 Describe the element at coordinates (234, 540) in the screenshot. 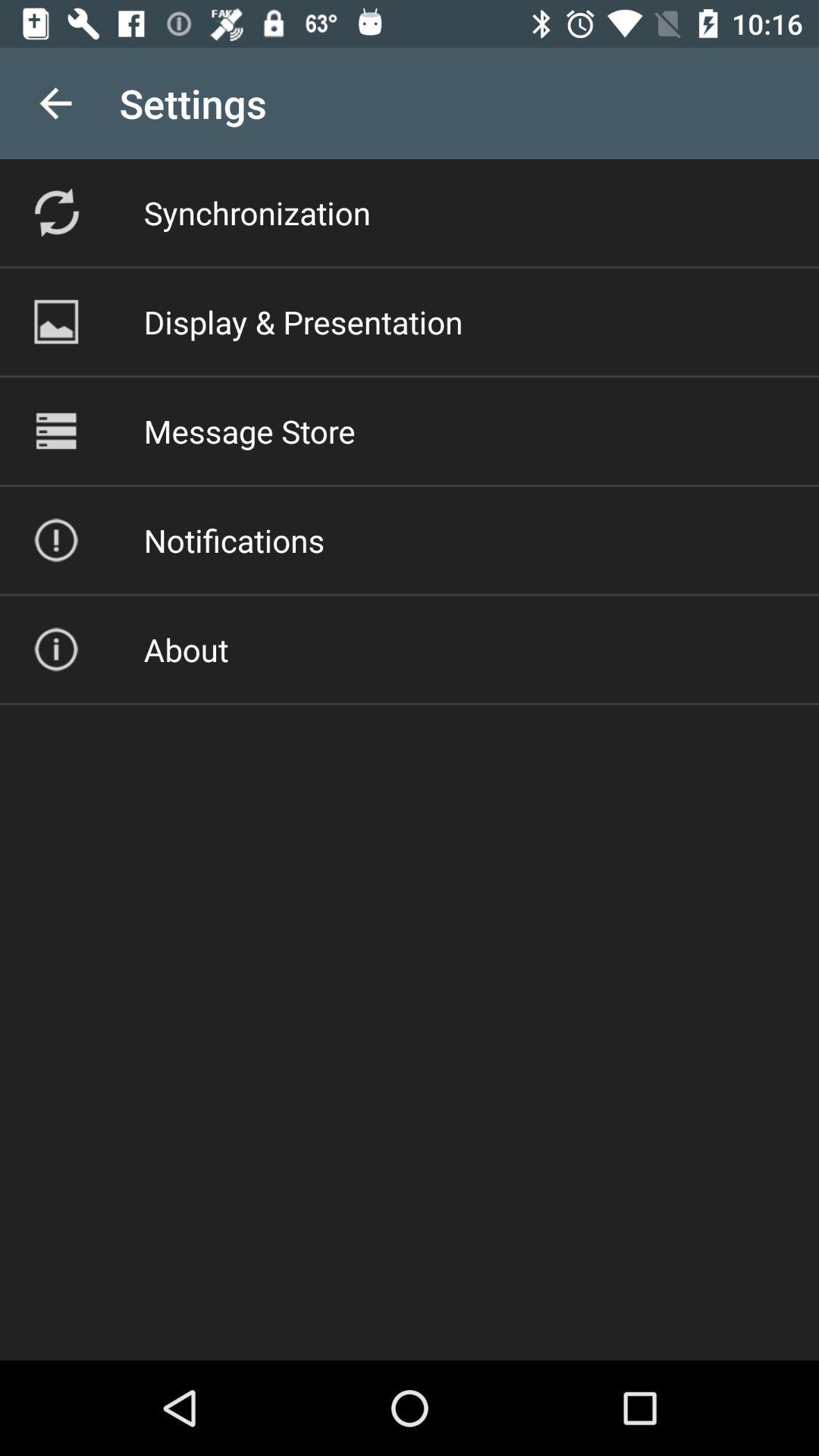

I see `the icon below the message store icon` at that location.